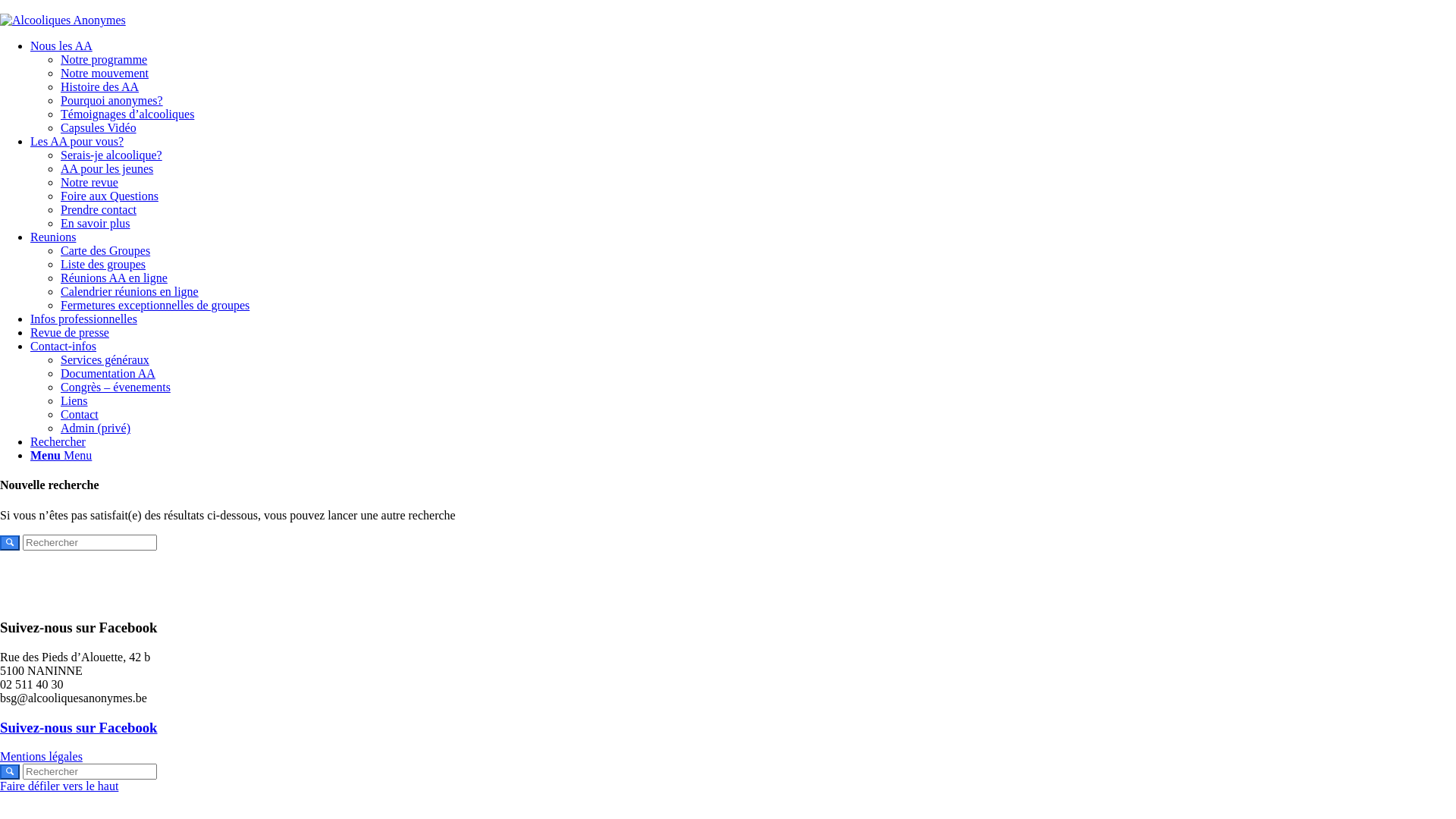 This screenshot has height=819, width=1456. Describe the element at coordinates (61, 454) in the screenshot. I see `'Menu Menu'` at that location.